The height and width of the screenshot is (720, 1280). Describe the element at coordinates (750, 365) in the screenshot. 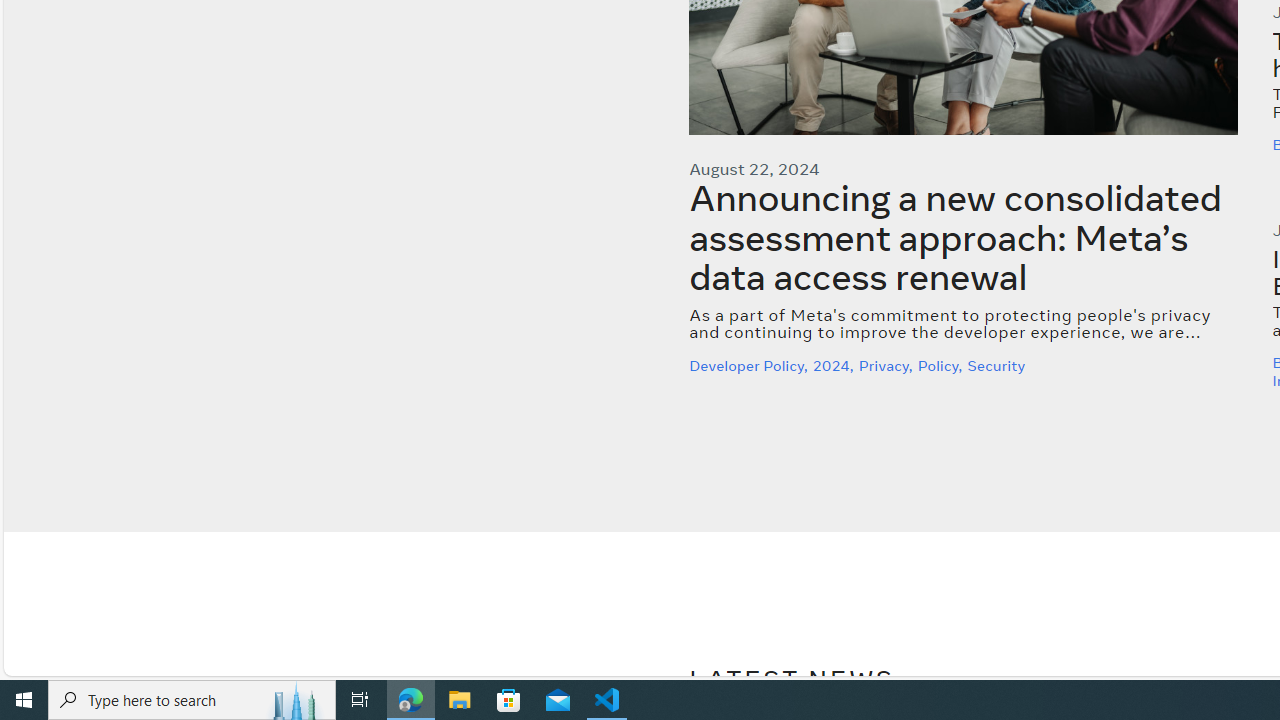

I see `'Developer Policy,'` at that location.